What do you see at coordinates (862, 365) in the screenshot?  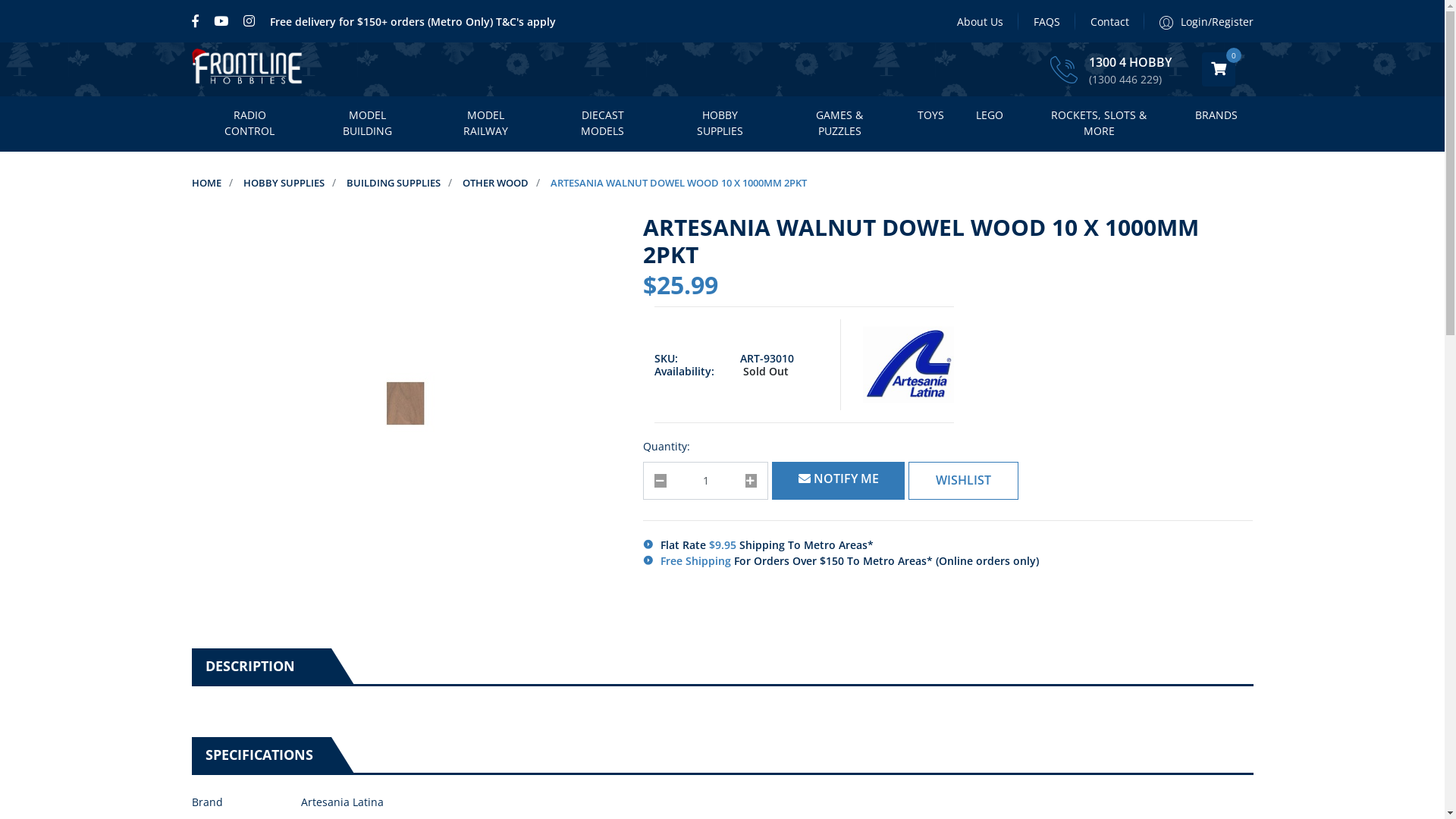 I see `'Artesania Latina'` at bounding box center [862, 365].